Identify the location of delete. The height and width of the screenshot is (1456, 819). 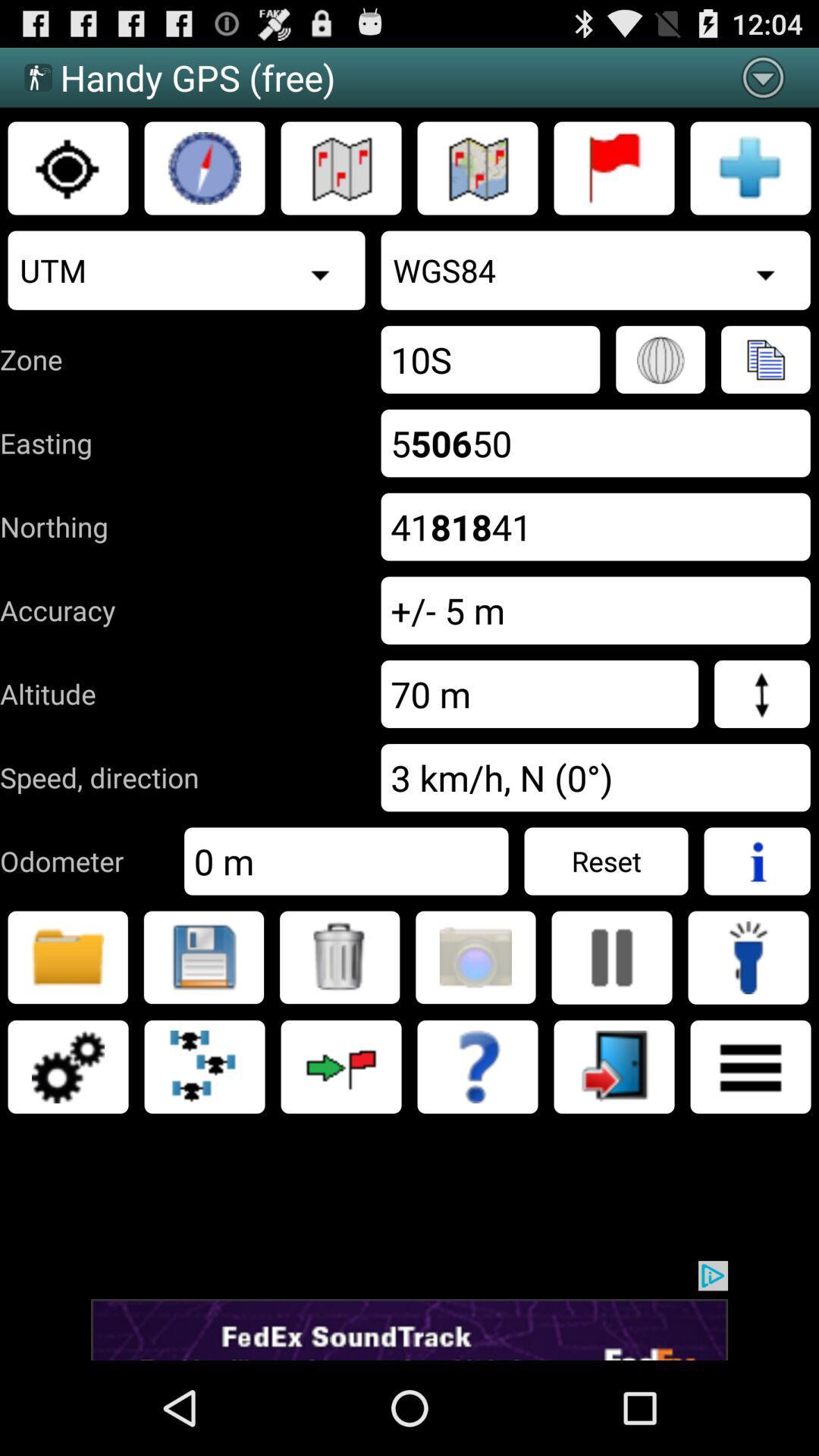
(339, 956).